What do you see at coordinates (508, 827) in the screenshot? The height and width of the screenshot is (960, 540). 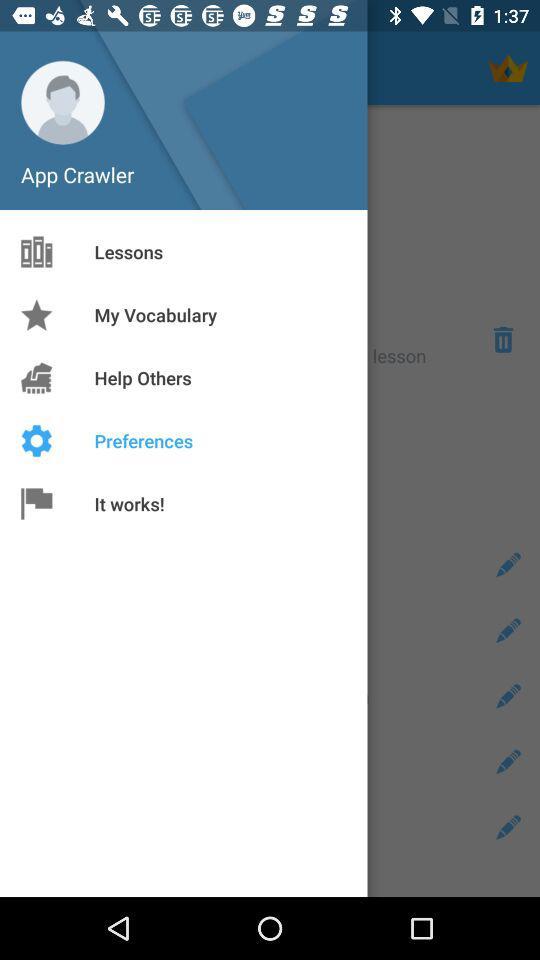 I see `the edit icon` at bounding box center [508, 827].